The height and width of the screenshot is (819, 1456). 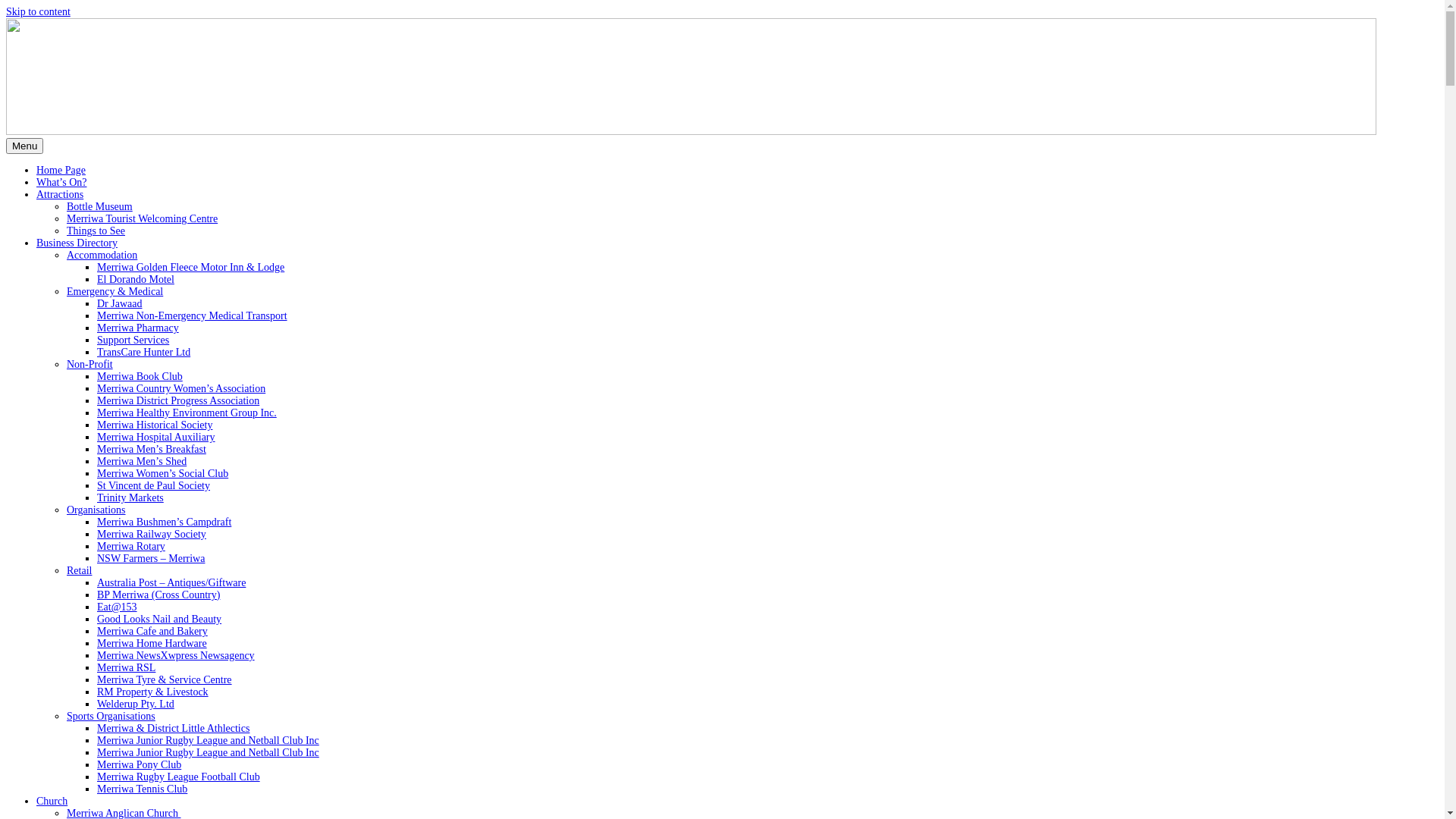 I want to click on 'Organisations', so click(x=95, y=510).